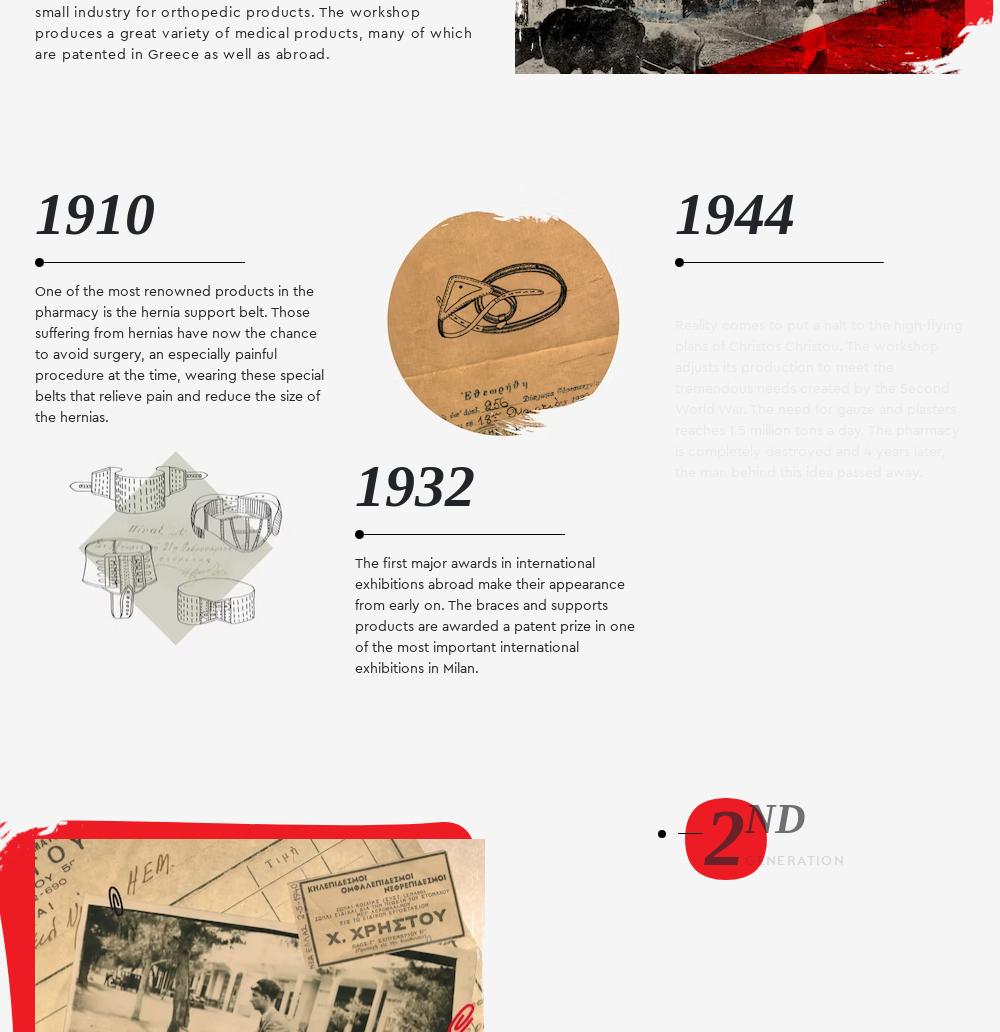 Image resolution: width=1000 pixels, height=1032 pixels. What do you see at coordinates (795, 859) in the screenshot?
I see `'Generation'` at bounding box center [795, 859].